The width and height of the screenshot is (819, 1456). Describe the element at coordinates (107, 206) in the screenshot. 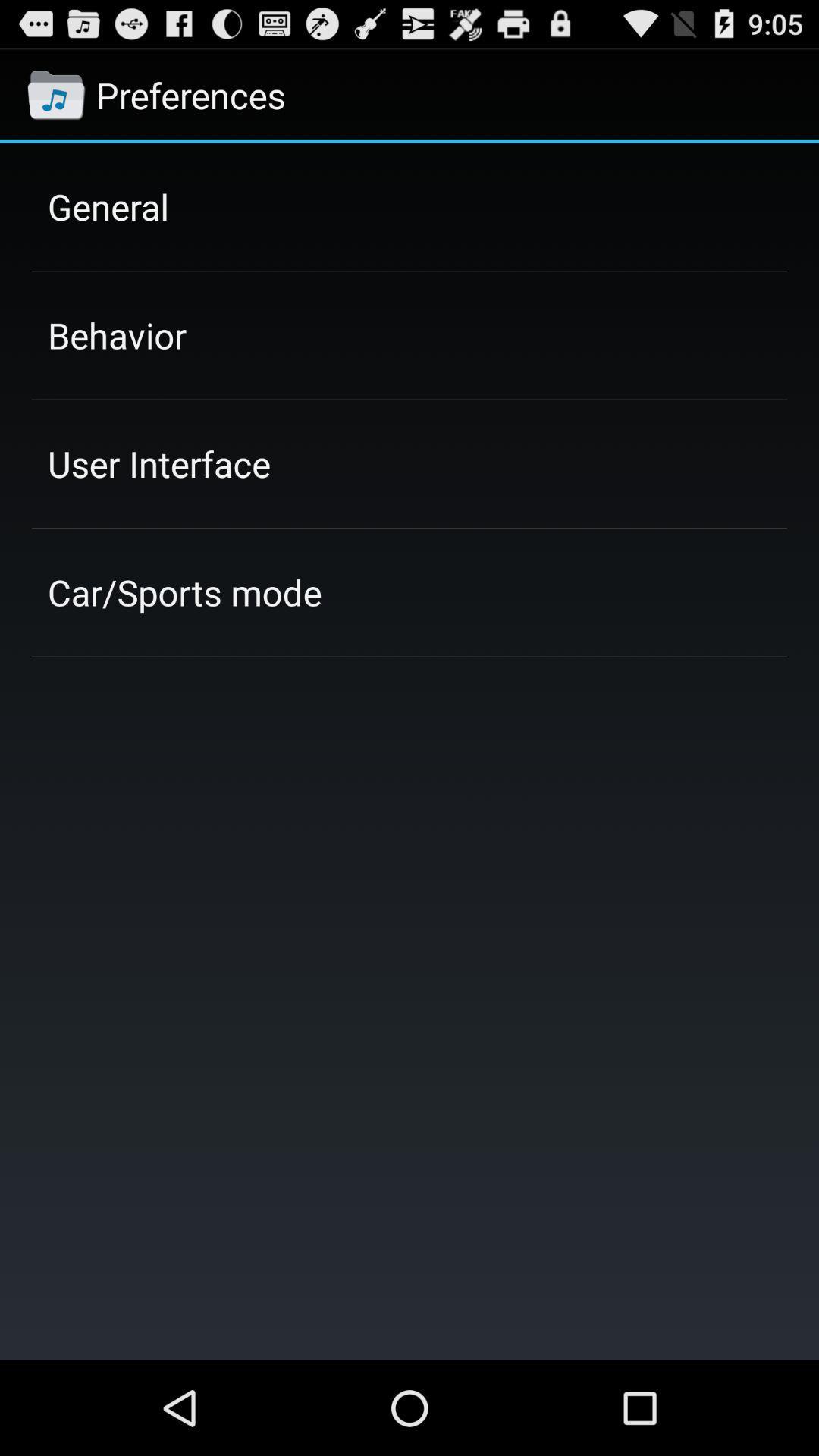

I see `app above behavior icon` at that location.